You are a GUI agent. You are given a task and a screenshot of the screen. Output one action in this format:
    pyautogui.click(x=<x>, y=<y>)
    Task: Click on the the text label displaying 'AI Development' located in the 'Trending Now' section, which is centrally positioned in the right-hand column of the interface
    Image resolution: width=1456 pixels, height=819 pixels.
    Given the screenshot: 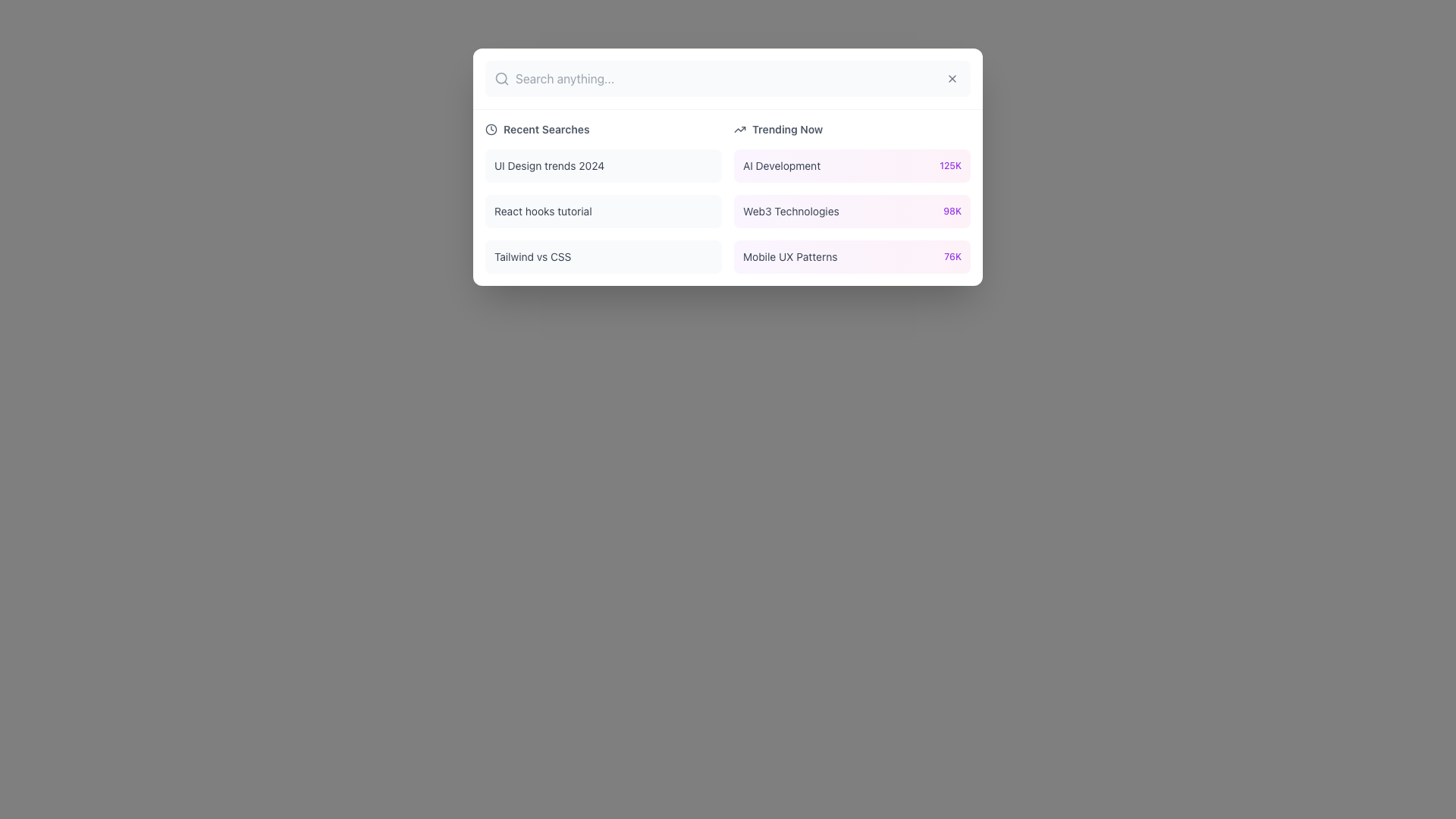 What is the action you would take?
    pyautogui.click(x=782, y=166)
    